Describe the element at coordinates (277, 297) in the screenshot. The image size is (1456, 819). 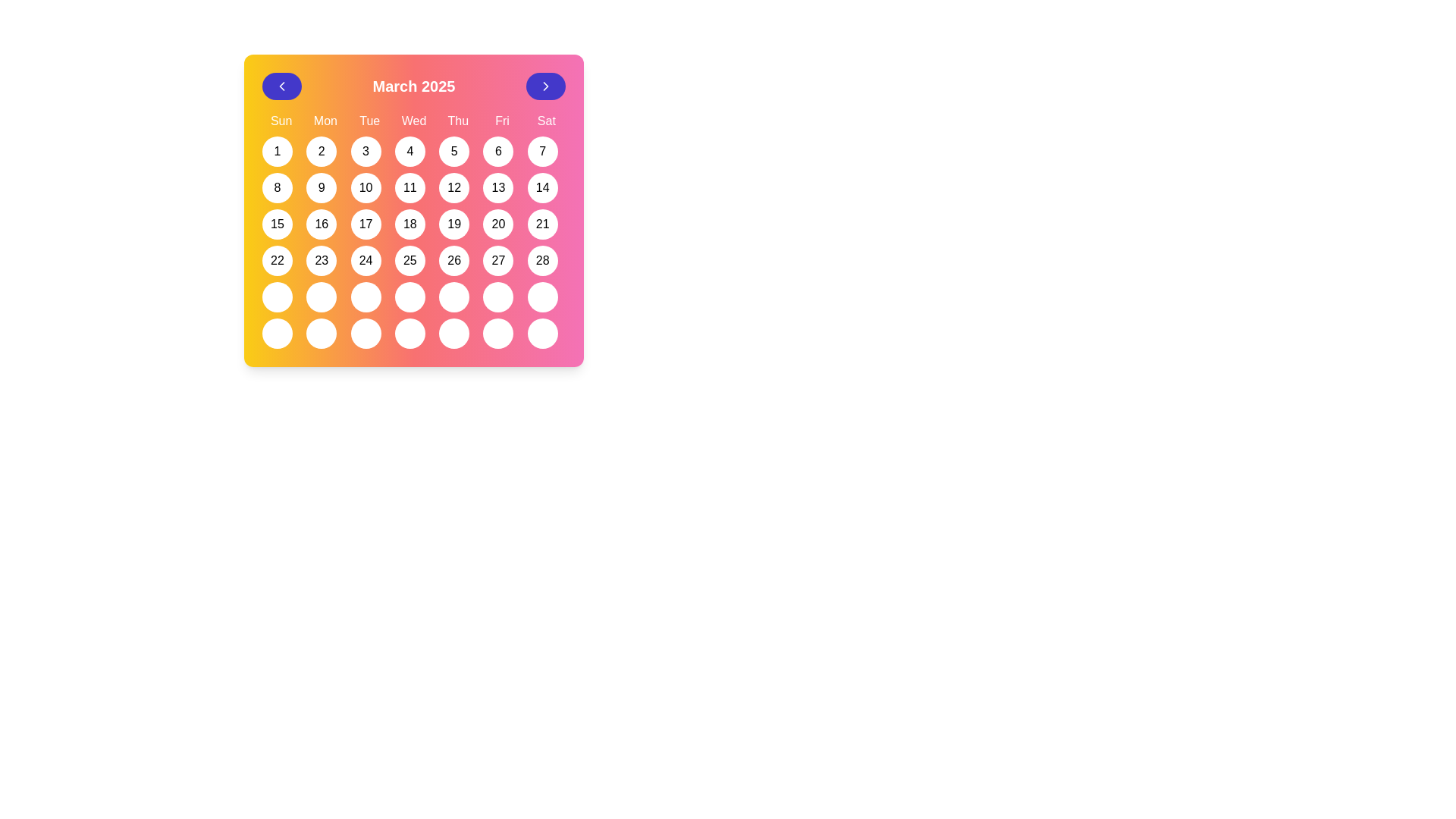
I see `the circular button with a white background located in the last row, first column of the calendar grid in the March 2025 view` at that location.